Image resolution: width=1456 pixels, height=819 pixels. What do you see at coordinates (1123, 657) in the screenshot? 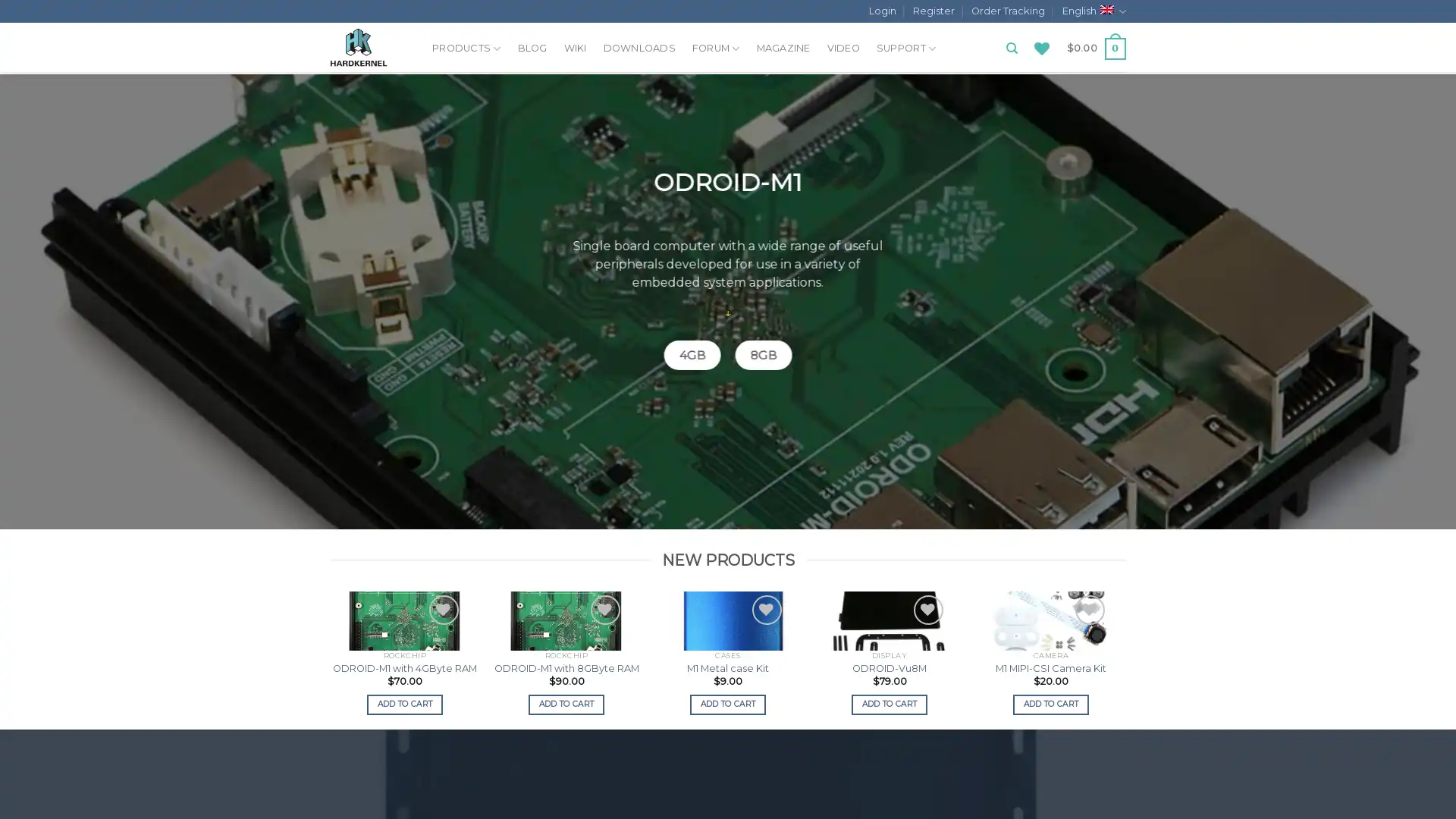
I see `Next` at bounding box center [1123, 657].